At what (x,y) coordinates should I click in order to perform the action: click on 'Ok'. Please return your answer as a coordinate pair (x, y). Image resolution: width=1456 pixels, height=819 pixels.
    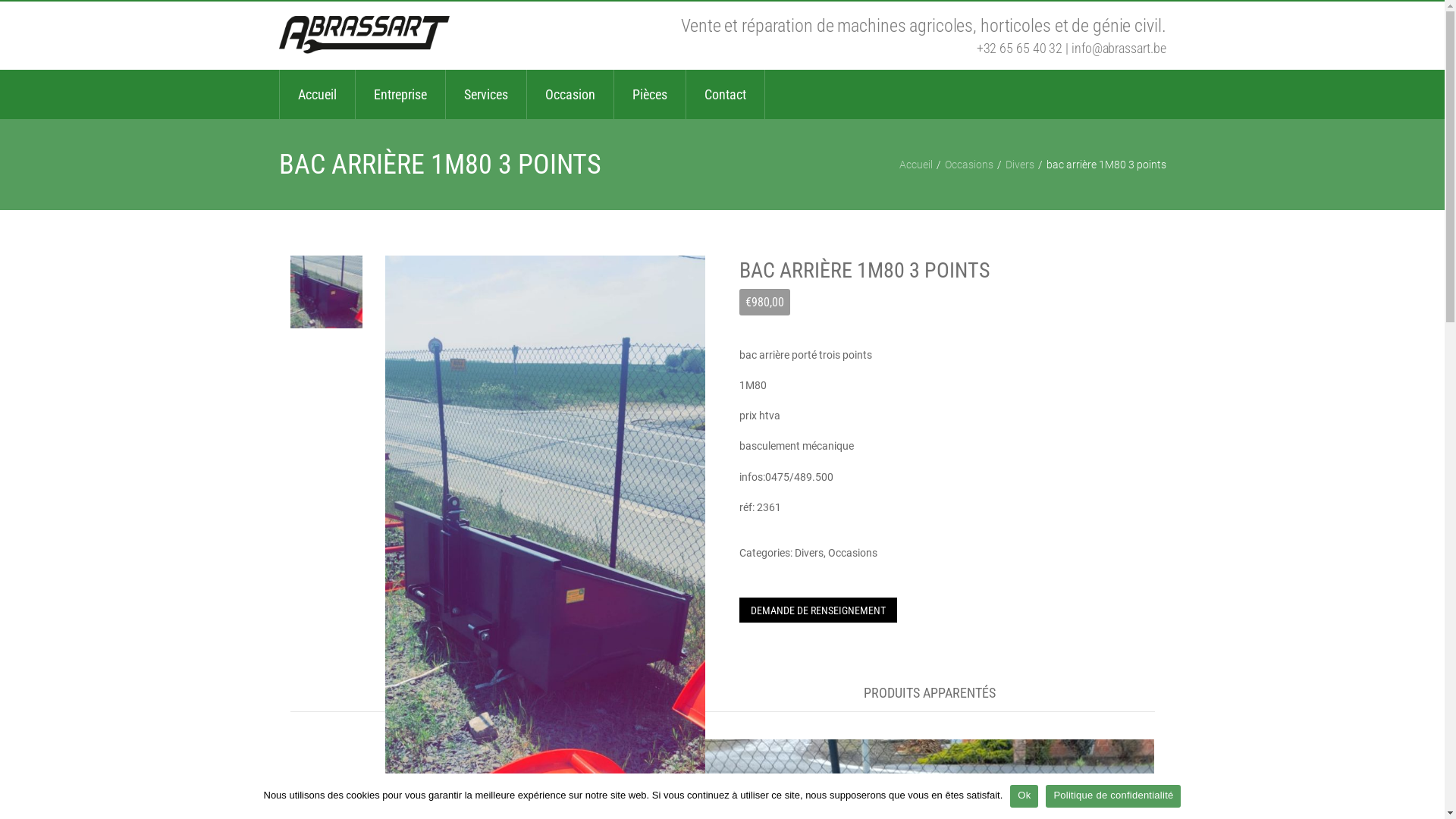
    Looking at the image, I should click on (1024, 795).